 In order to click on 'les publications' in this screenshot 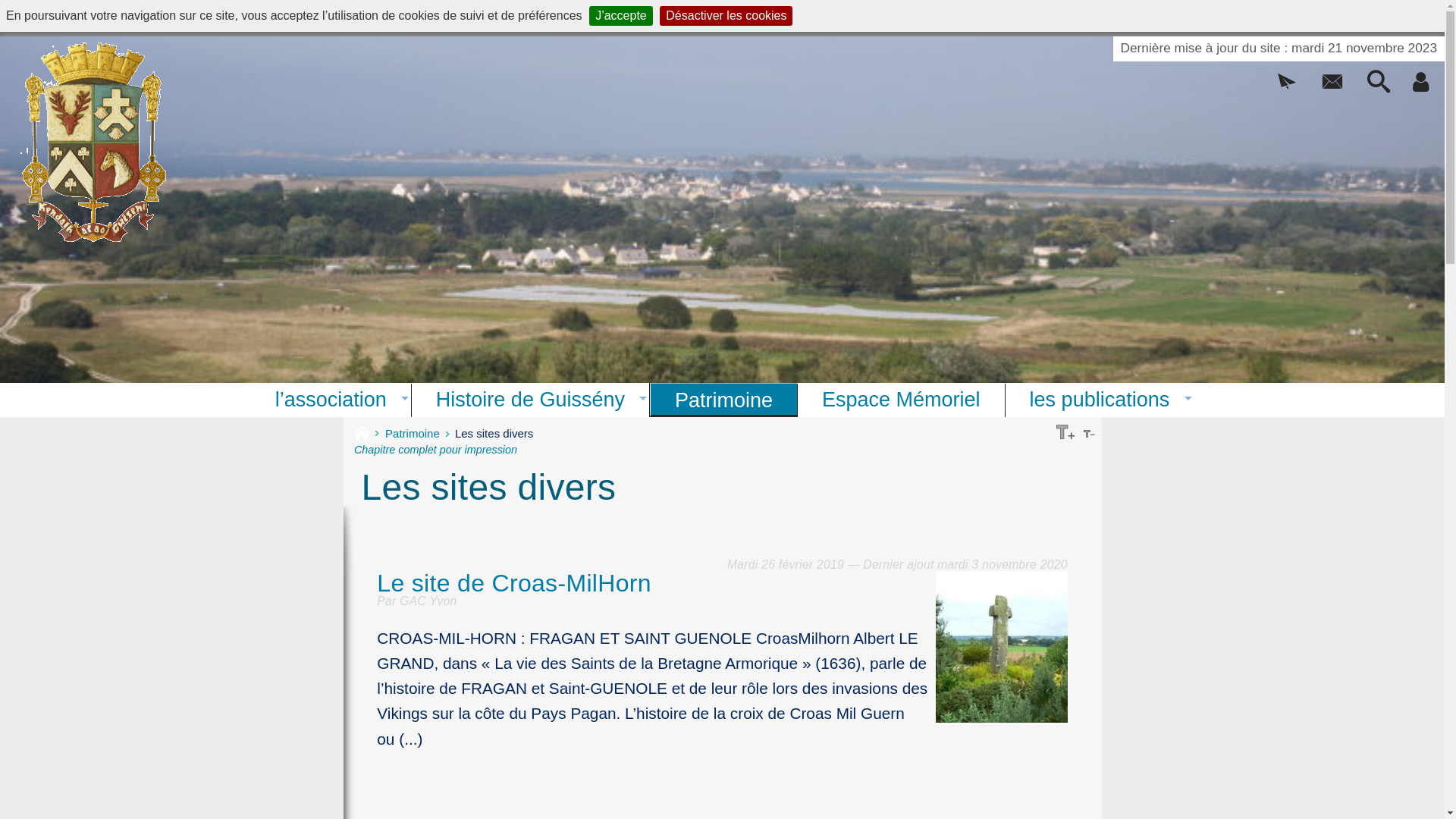, I will do `click(1100, 400)`.